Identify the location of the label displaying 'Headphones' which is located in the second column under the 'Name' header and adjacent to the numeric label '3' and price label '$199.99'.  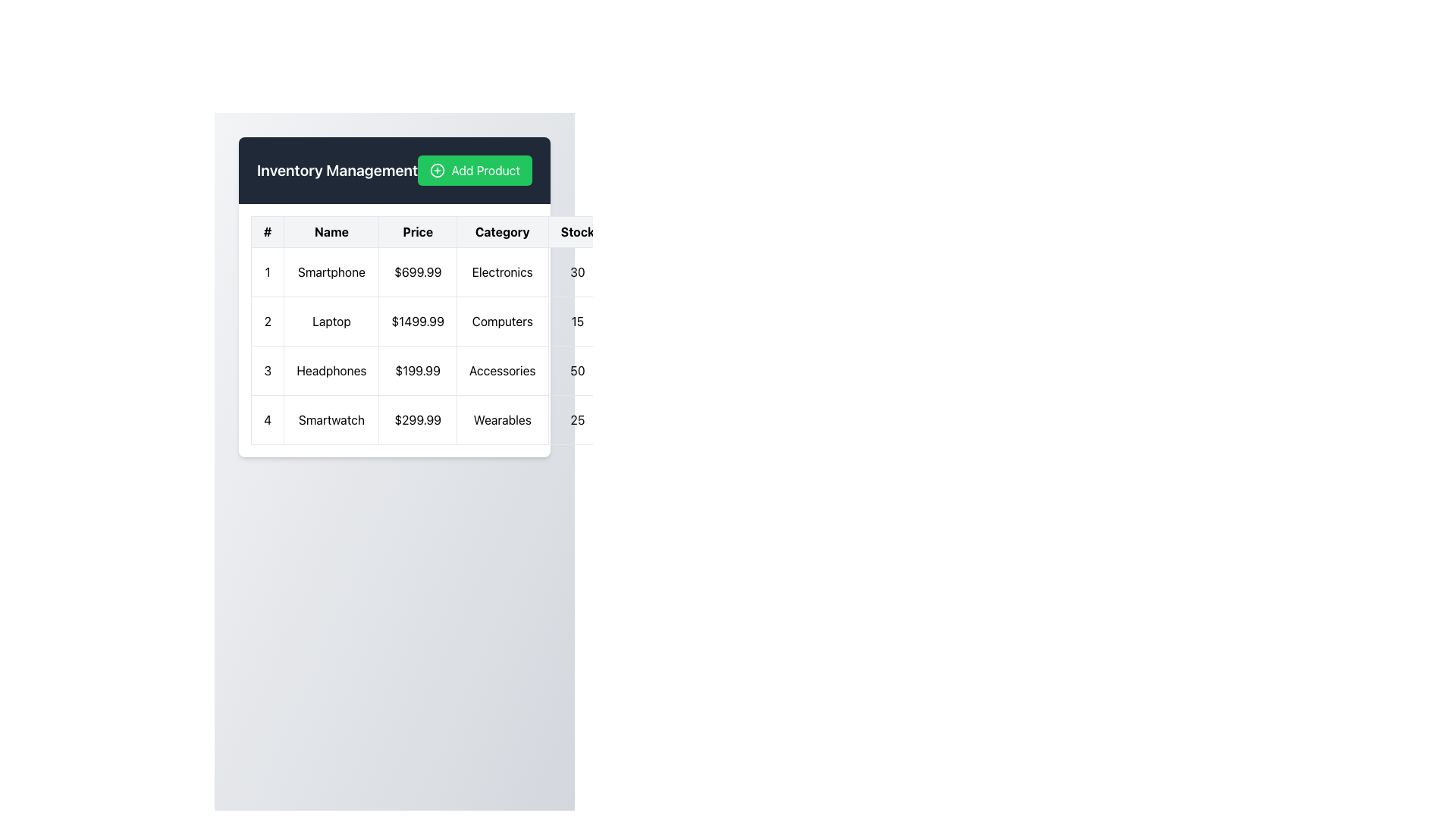
(331, 371).